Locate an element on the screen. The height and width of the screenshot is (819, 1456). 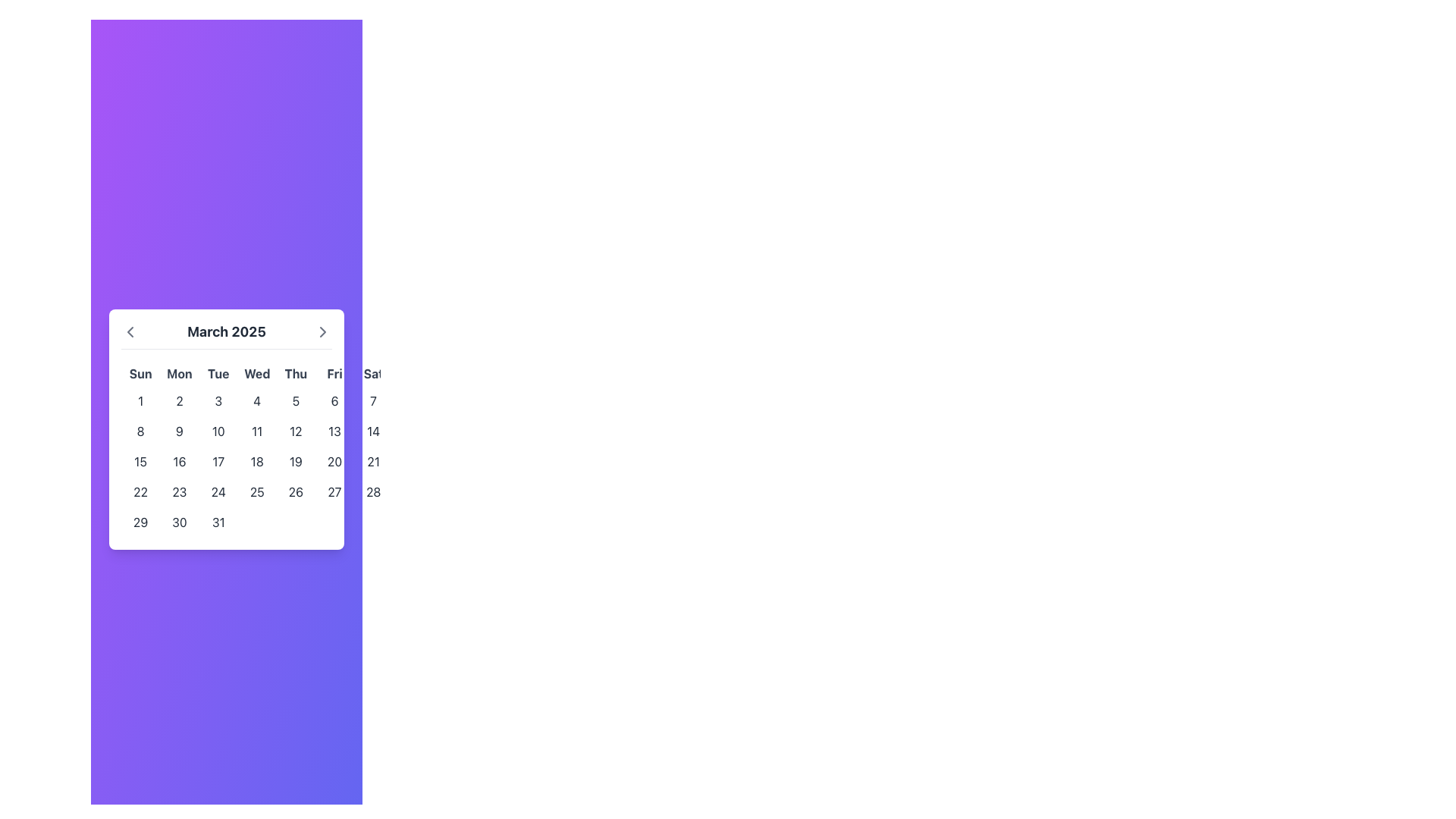
the Text label representing the 11th day in the calendar widget is located at coordinates (257, 431).